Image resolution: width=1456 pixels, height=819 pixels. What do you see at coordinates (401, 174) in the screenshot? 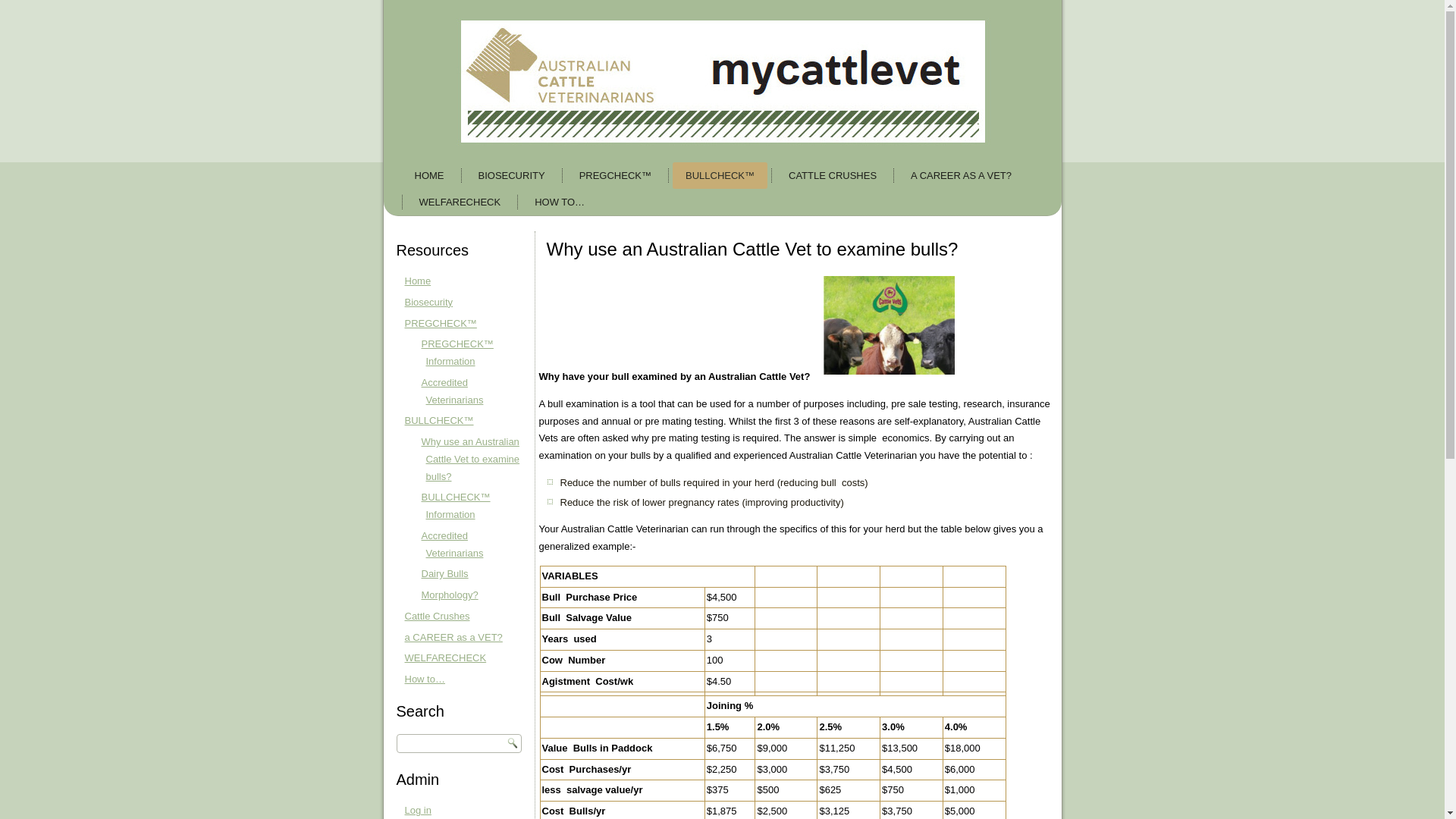
I see `'HOME'` at bounding box center [401, 174].